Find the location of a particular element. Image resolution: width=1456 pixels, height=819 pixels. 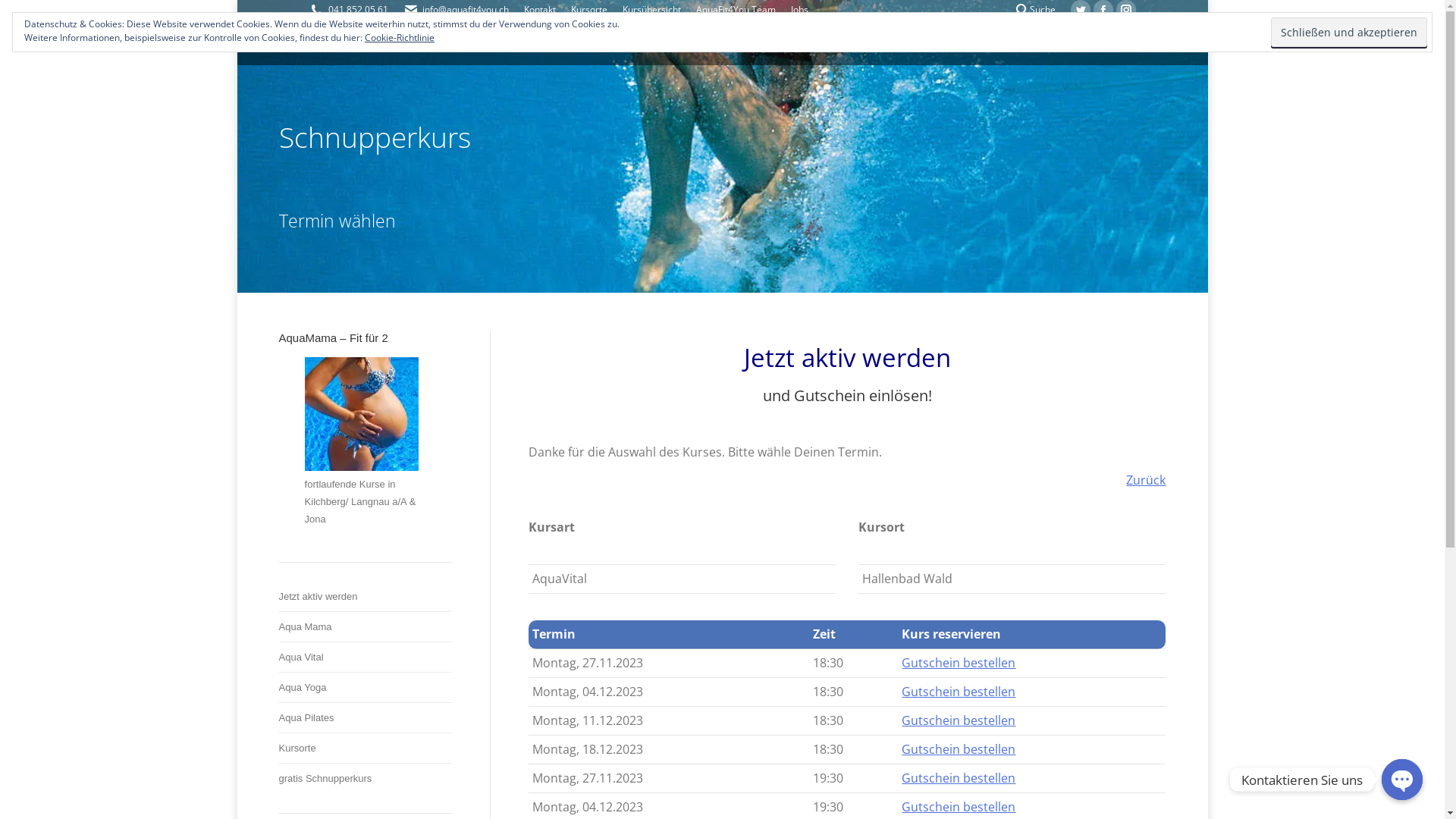

'Jobs' is located at coordinates (798, 9).